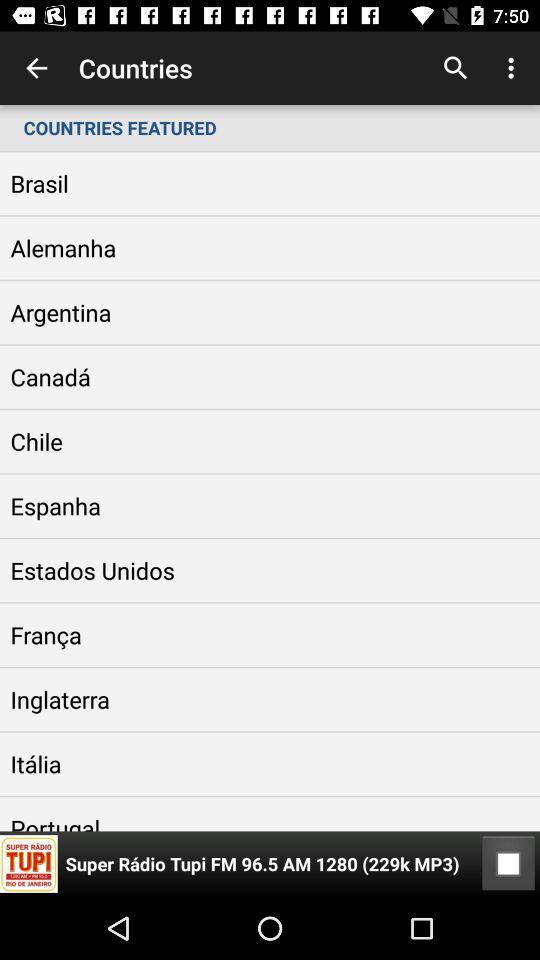 This screenshot has width=540, height=960. I want to click on the app next to countries icon, so click(36, 68).